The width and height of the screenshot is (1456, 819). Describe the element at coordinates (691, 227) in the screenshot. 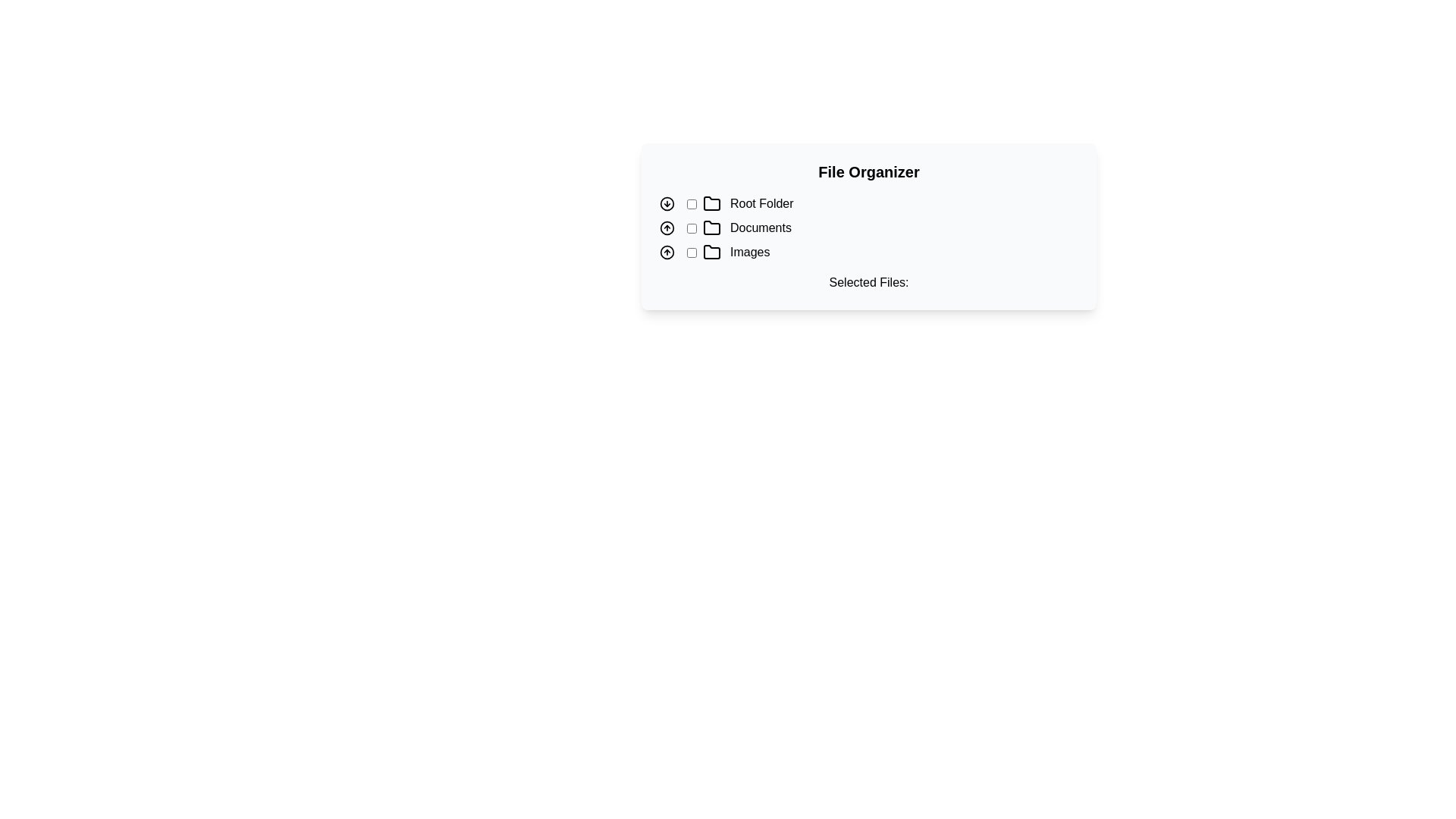

I see `the small, square checkbox located in the 'Documents' row` at that location.